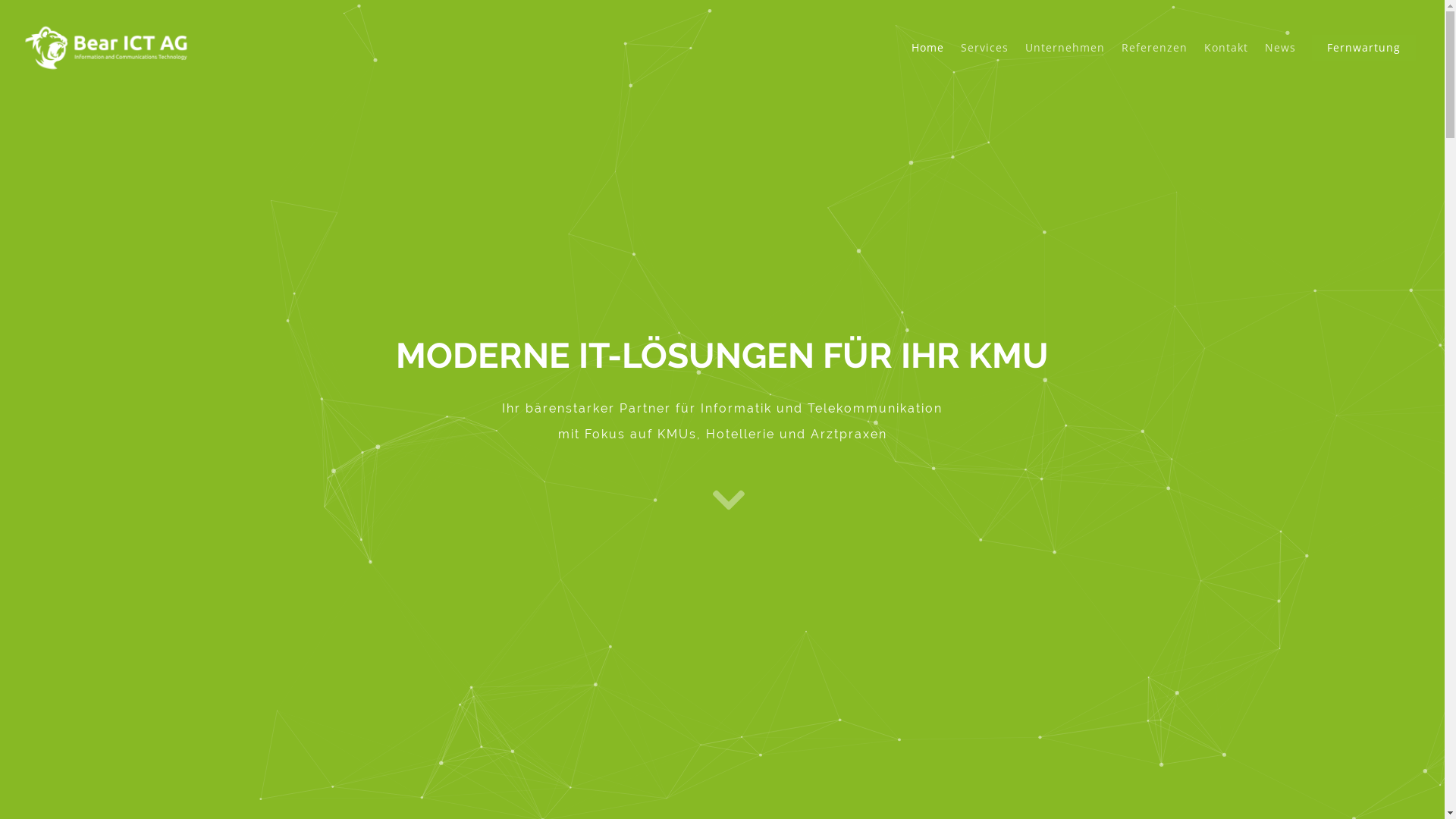 The image size is (1456, 819). Describe the element at coordinates (1113, 58) in the screenshot. I see `'Referenzen'` at that location.